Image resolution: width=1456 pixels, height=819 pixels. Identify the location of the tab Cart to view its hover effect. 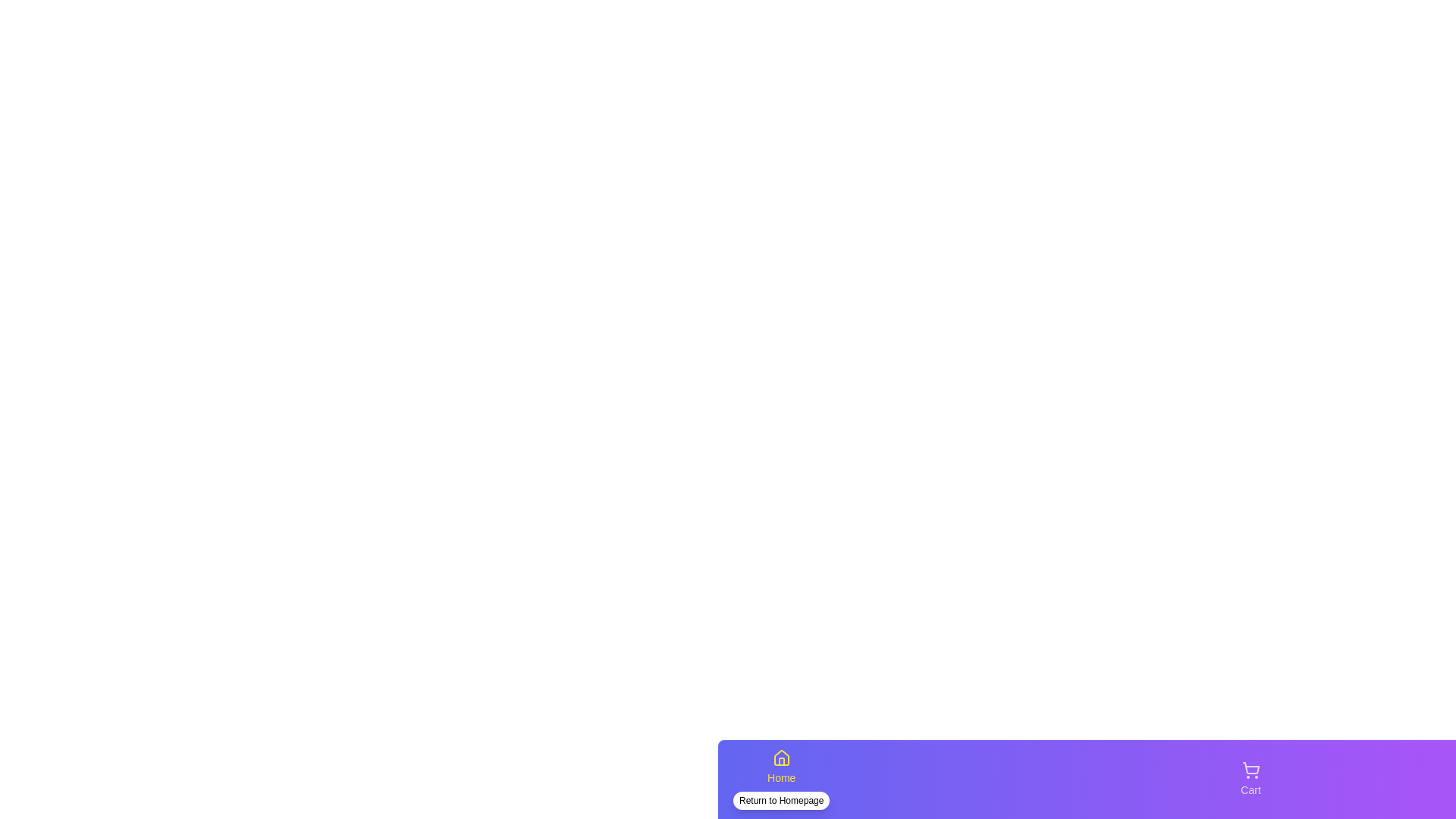
(1250, 780).